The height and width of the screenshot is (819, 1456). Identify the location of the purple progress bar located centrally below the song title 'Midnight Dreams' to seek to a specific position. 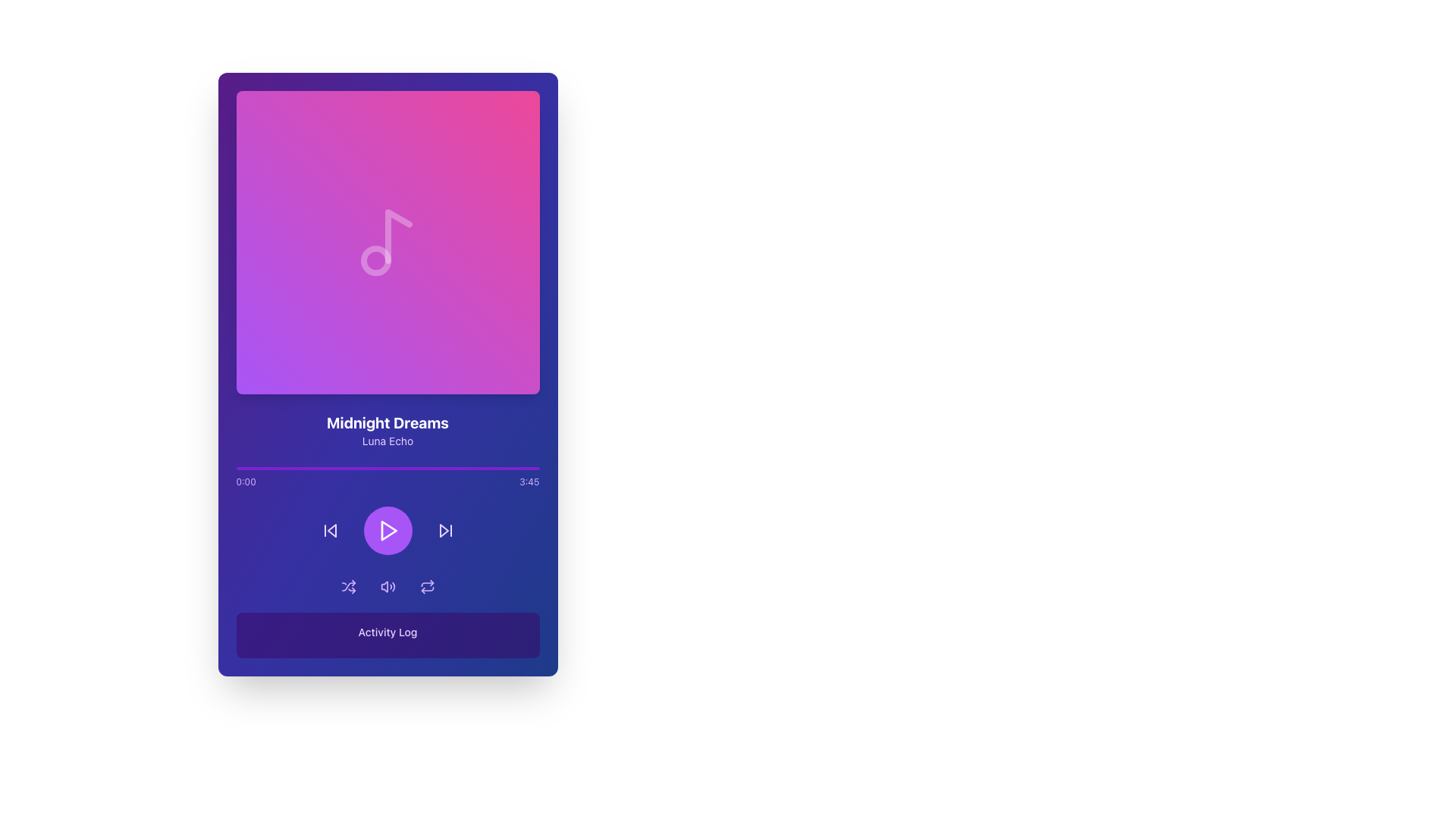
(388, 467).